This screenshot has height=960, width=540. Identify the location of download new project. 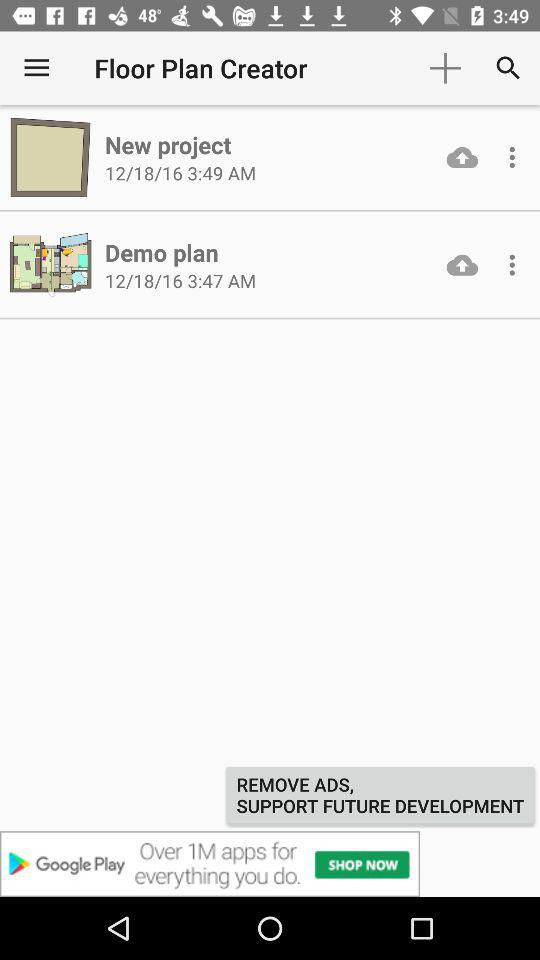
(462, 156).